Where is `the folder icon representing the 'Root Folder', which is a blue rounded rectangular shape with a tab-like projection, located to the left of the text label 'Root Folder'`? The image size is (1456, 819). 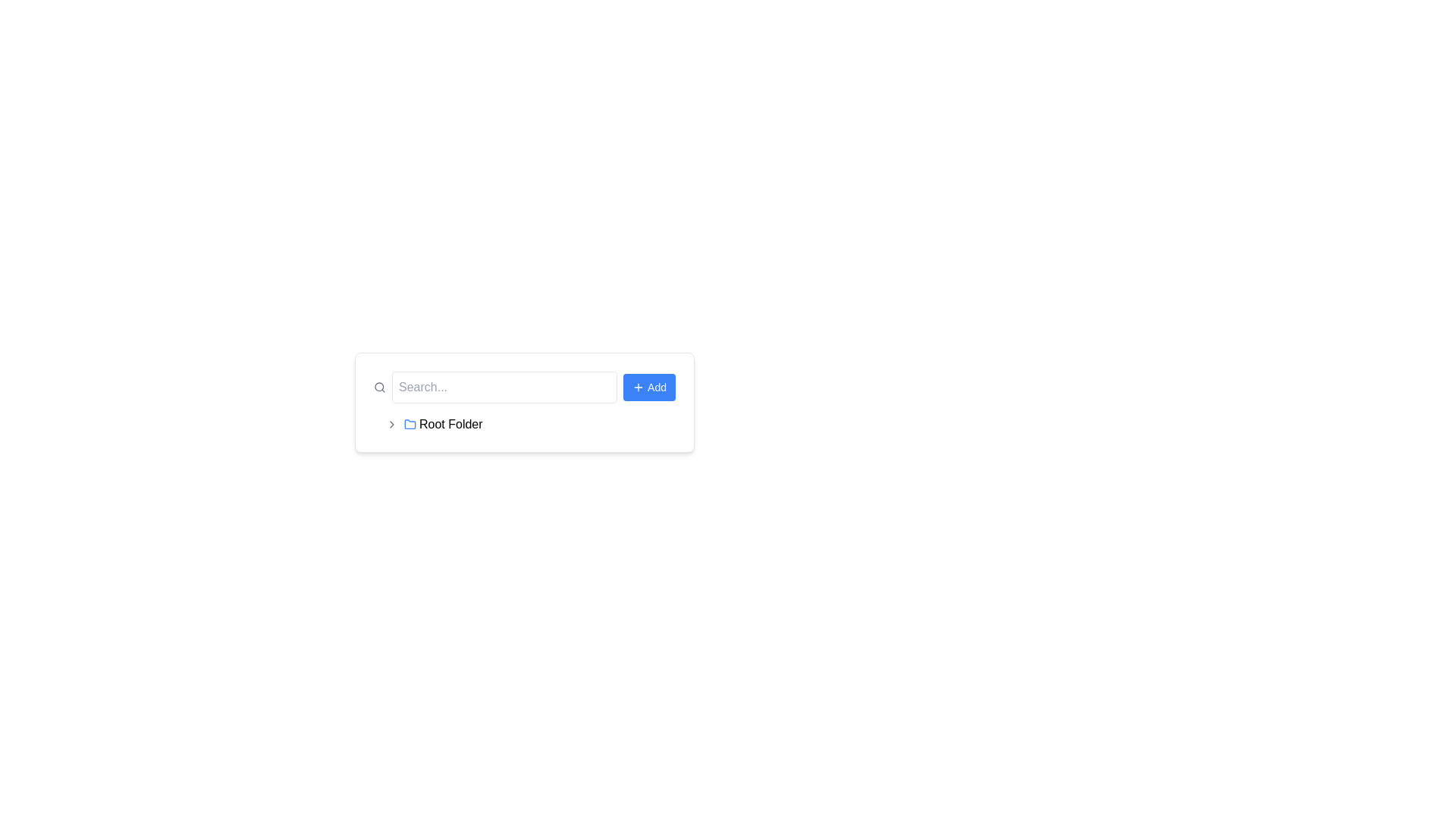 the folder icon representing the 'Root Folder', which is a blue rounded rectangular shape with a tab-like projection, located to the left of the text label 'Root Folder' is located at coordinates (410, 424).